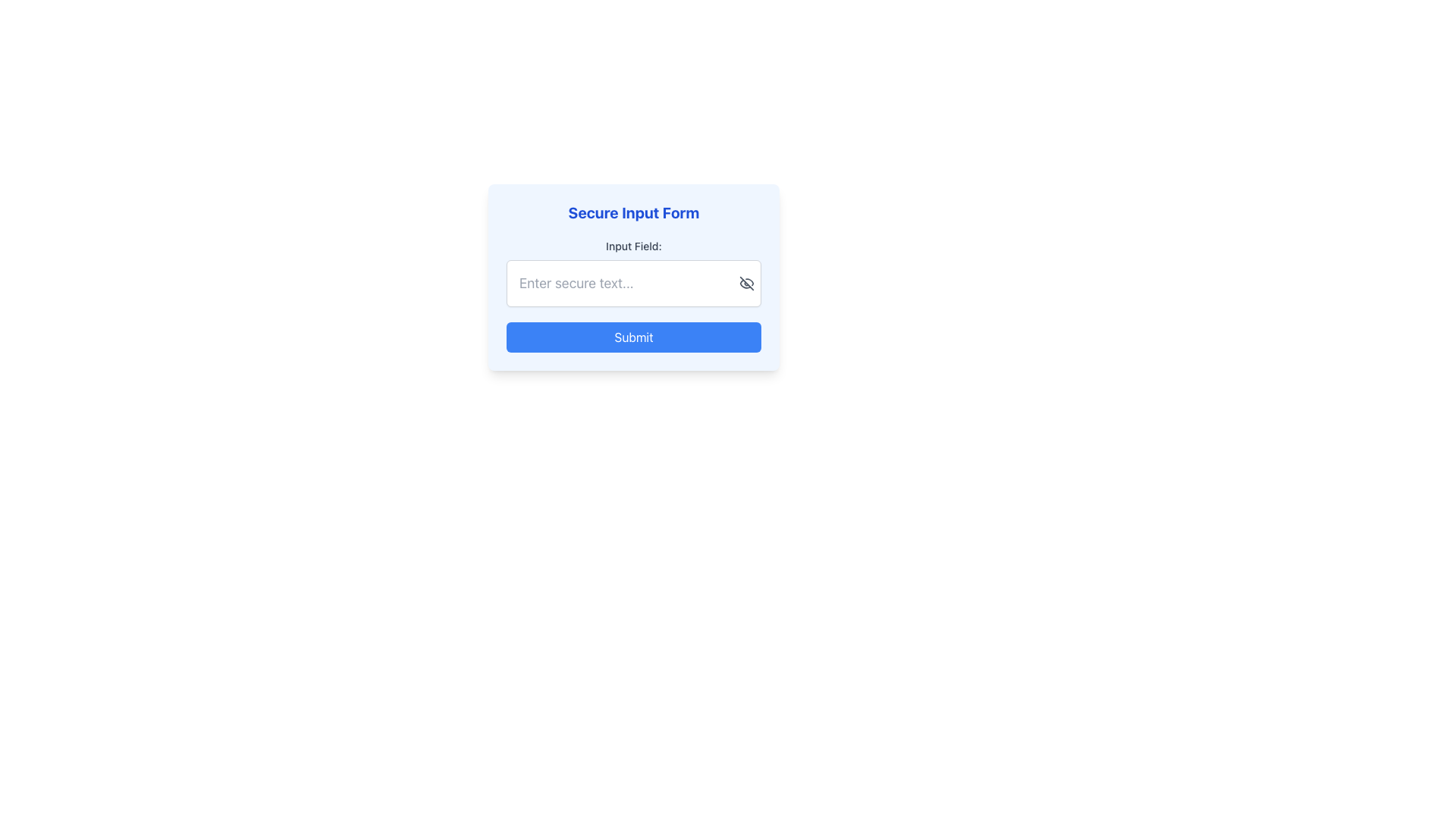 The image size is (1456, 819). I want to click on the password visibility toggle button located in the top-right corner next to the password input field, so click(746, 284).